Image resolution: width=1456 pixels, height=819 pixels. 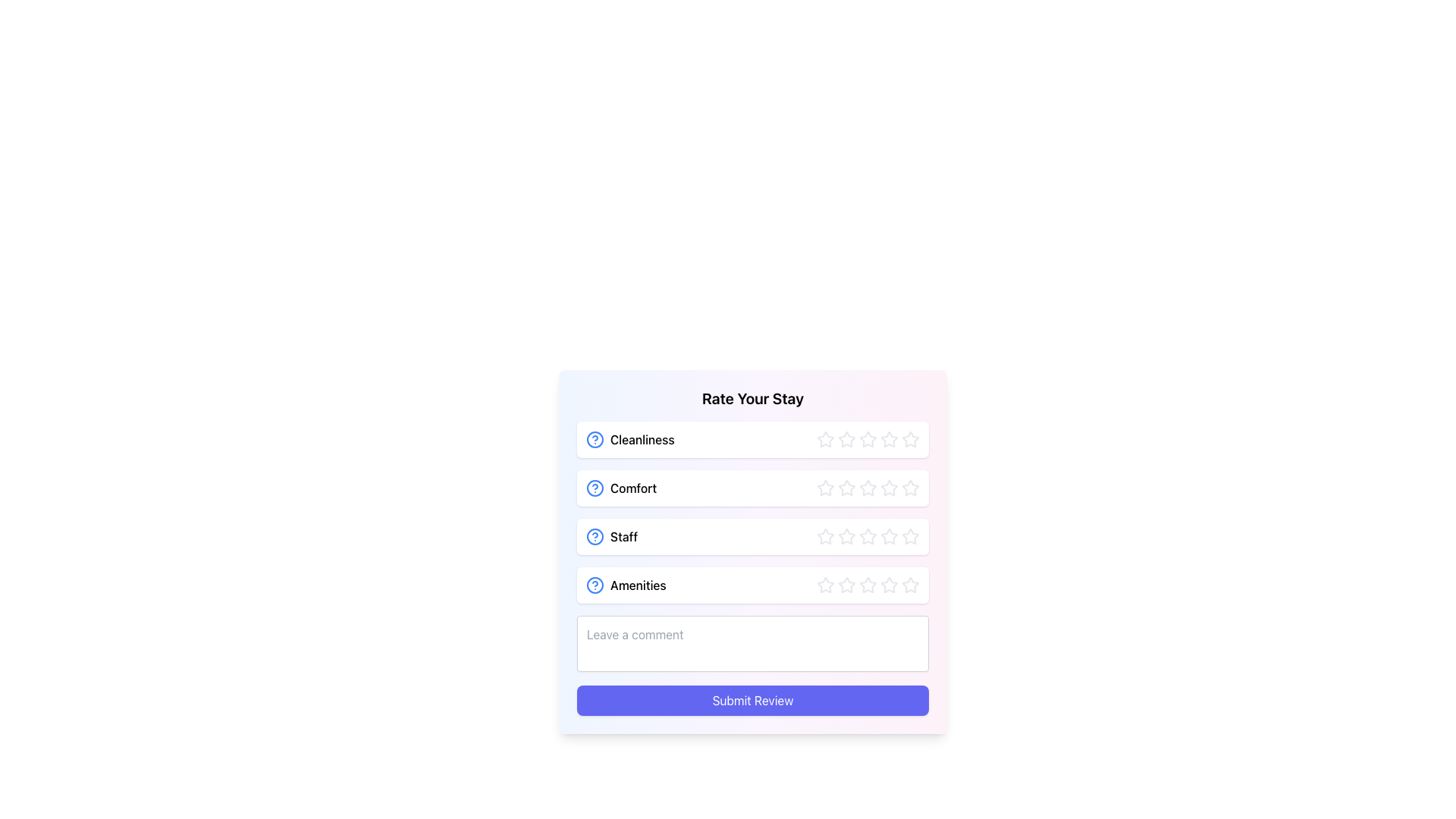 What do you see at coordinates (595, 439) in the screenshot?
I see `the informational icon located at the far left of the 'Cleanliness' row` at bounding box center [595, 439].